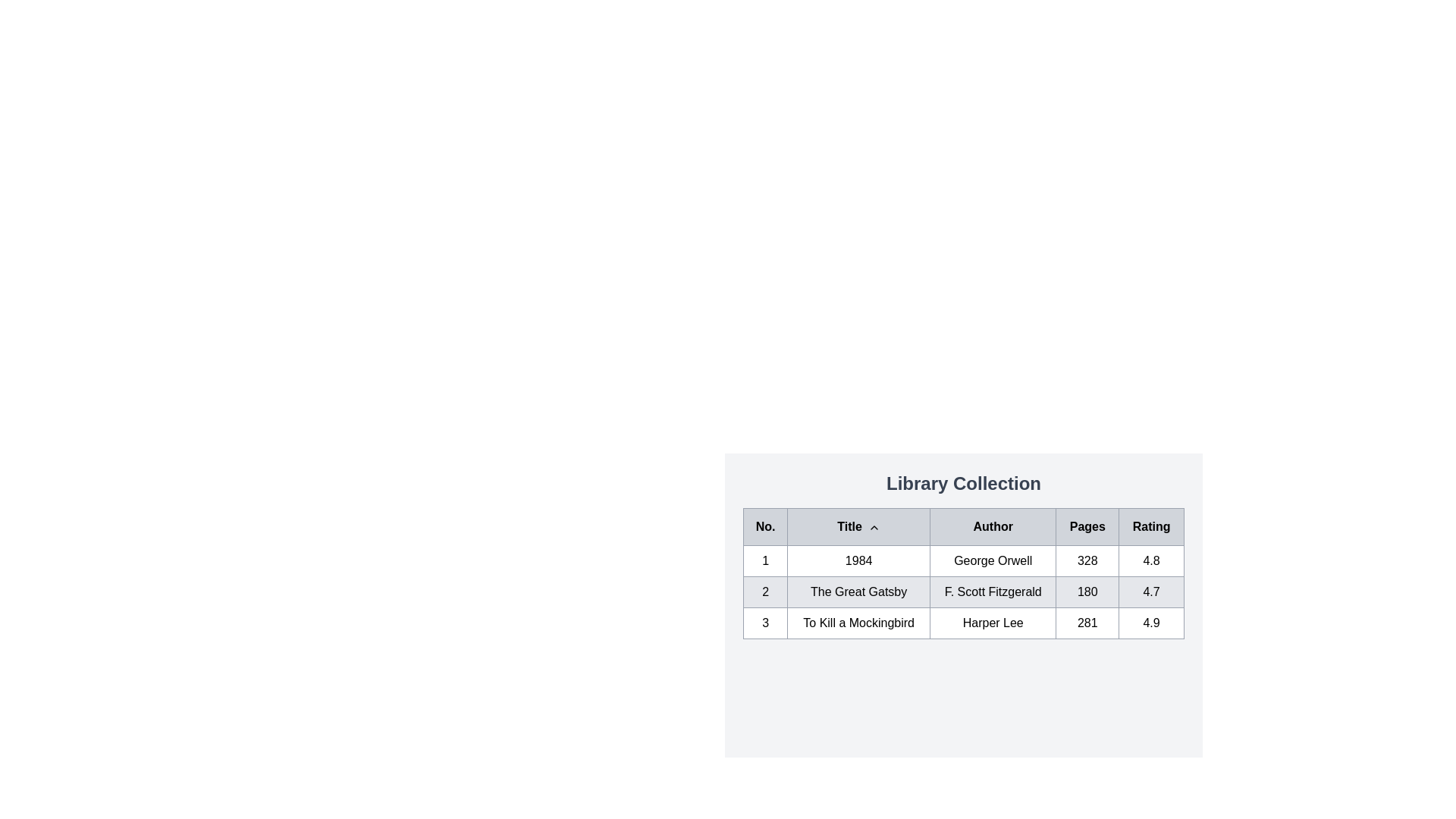 This screenshot has height=819, width=1456. What do you see at coordinates (993, 623) in the screenshot?
I see `the table cell in the third column of the third row under the 'Author' header, which displays the author of 'To Kill a Mockingbird'` at bounding box center [993, 623].